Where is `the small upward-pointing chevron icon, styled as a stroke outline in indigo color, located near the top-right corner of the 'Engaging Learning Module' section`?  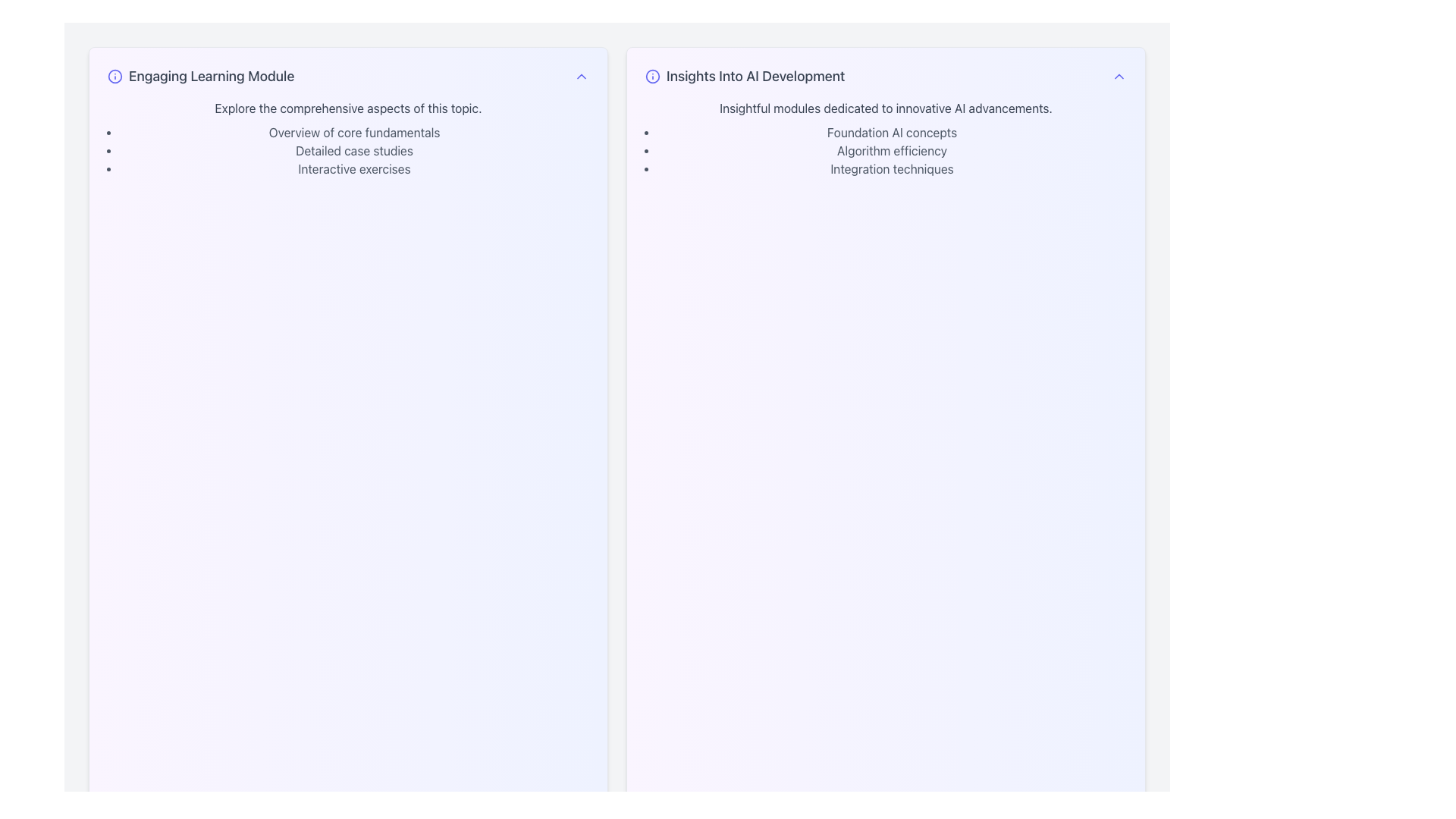
the small upward-pointing chevron icon, styled as a stroke outline in indigo color, located near the top-right corner of the 'Engaging Learning Module' section is located at coordinates (581, 76).